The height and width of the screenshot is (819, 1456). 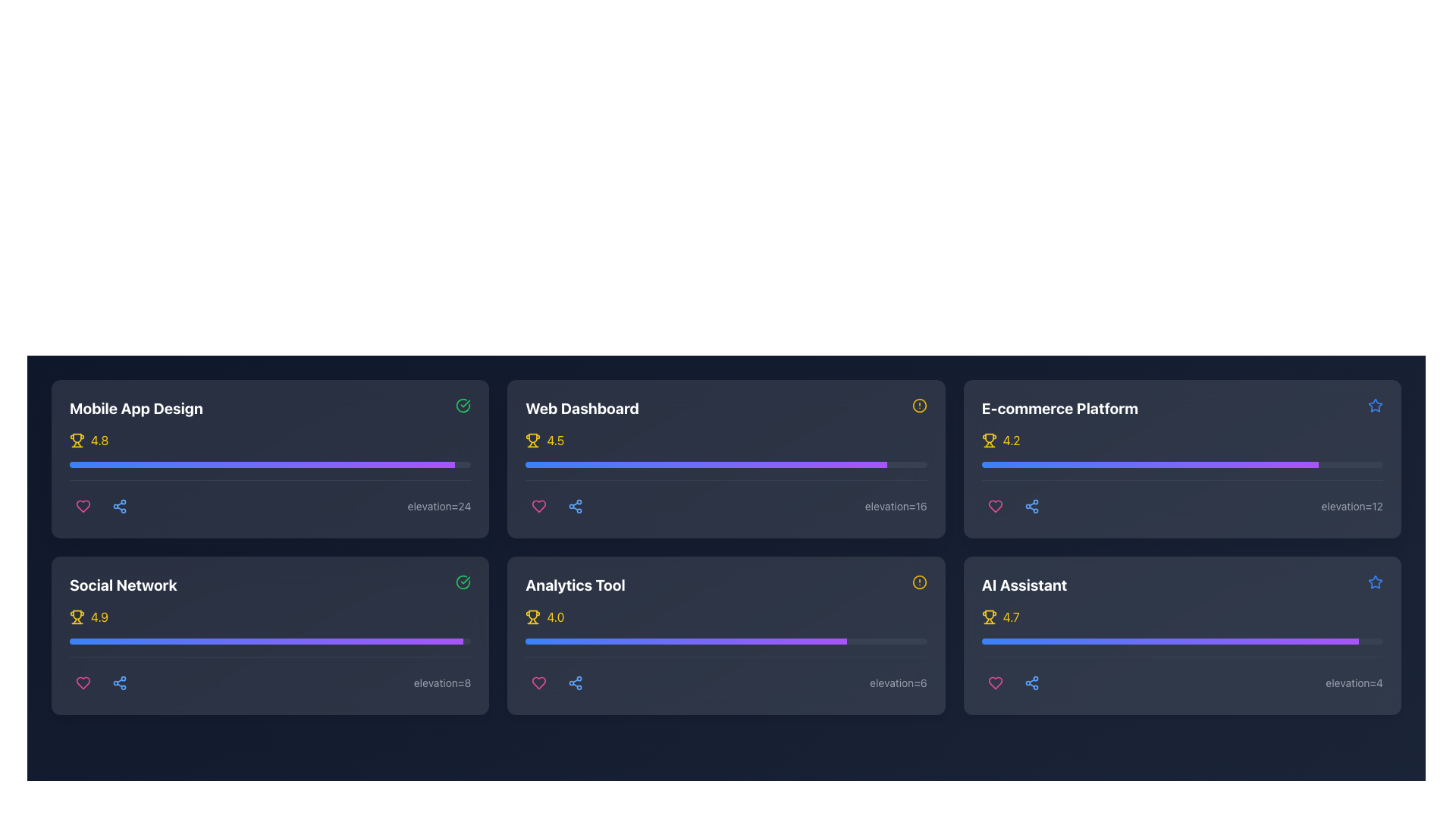 I want to click on the sharing icon located at the lower center of the 'E-commerce Platform' card, positioned to the right of the heart symbol, to initiate the sharing action, so click(x=1031, y=506).